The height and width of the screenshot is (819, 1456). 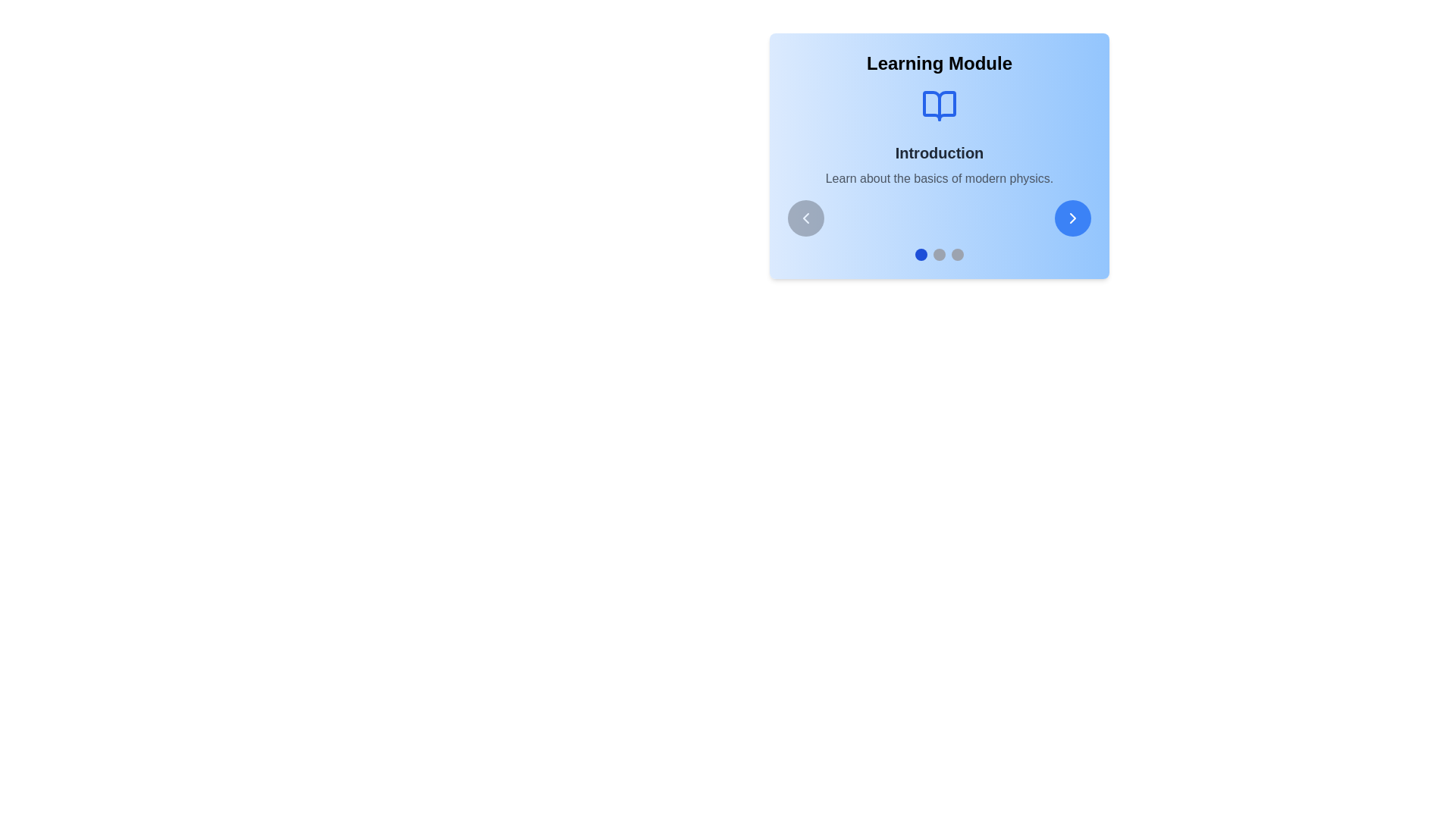 What do you see at coordinates (938, 105) in the screenshot?
I see `the visual icon component that resembles an open book, specifically targeting the central vertical line within the outlined book icon` at bounding box center [938, 105].